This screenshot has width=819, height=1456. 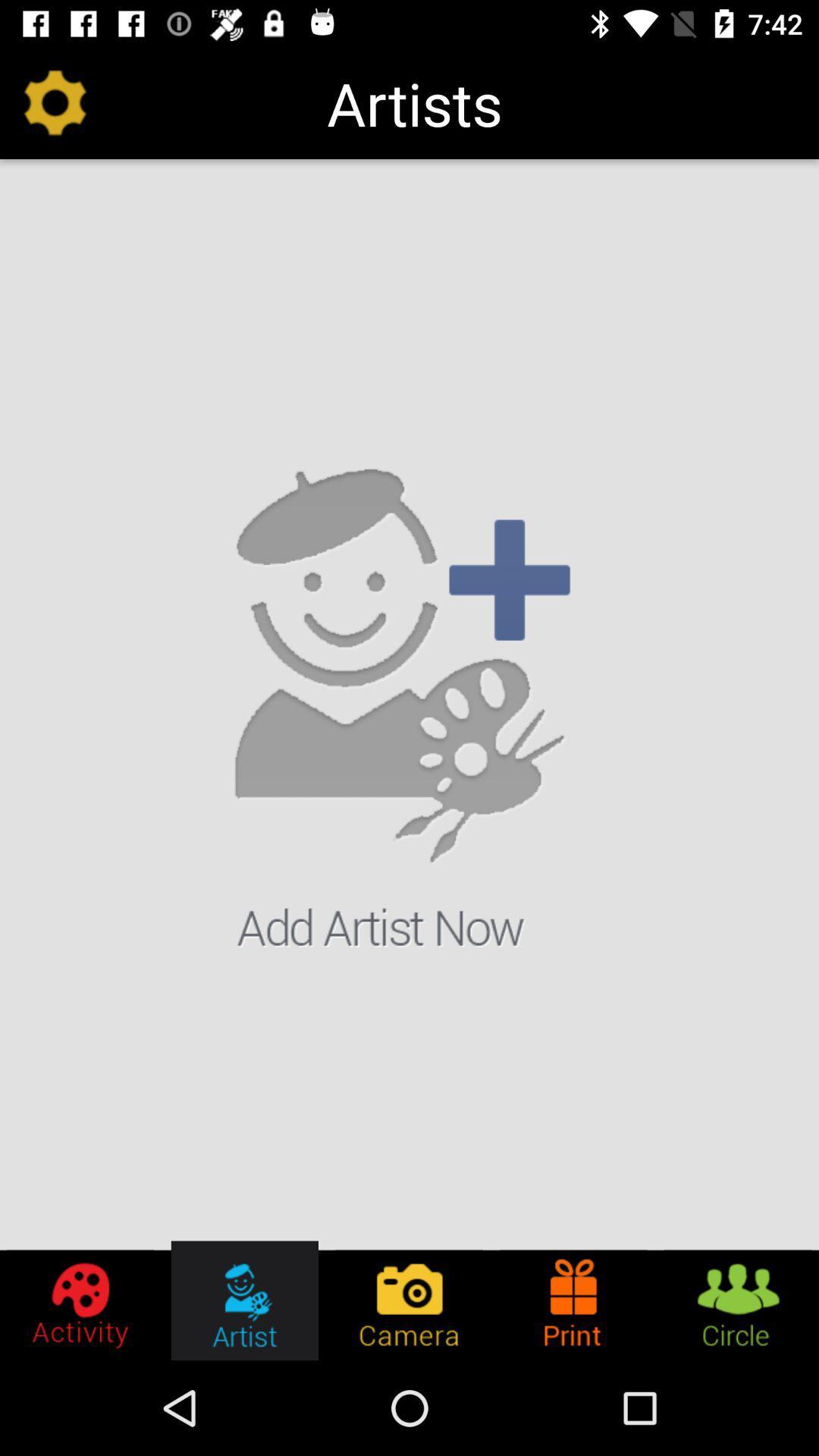 I want to click on the photo icon, so click(x=408, y=1300).